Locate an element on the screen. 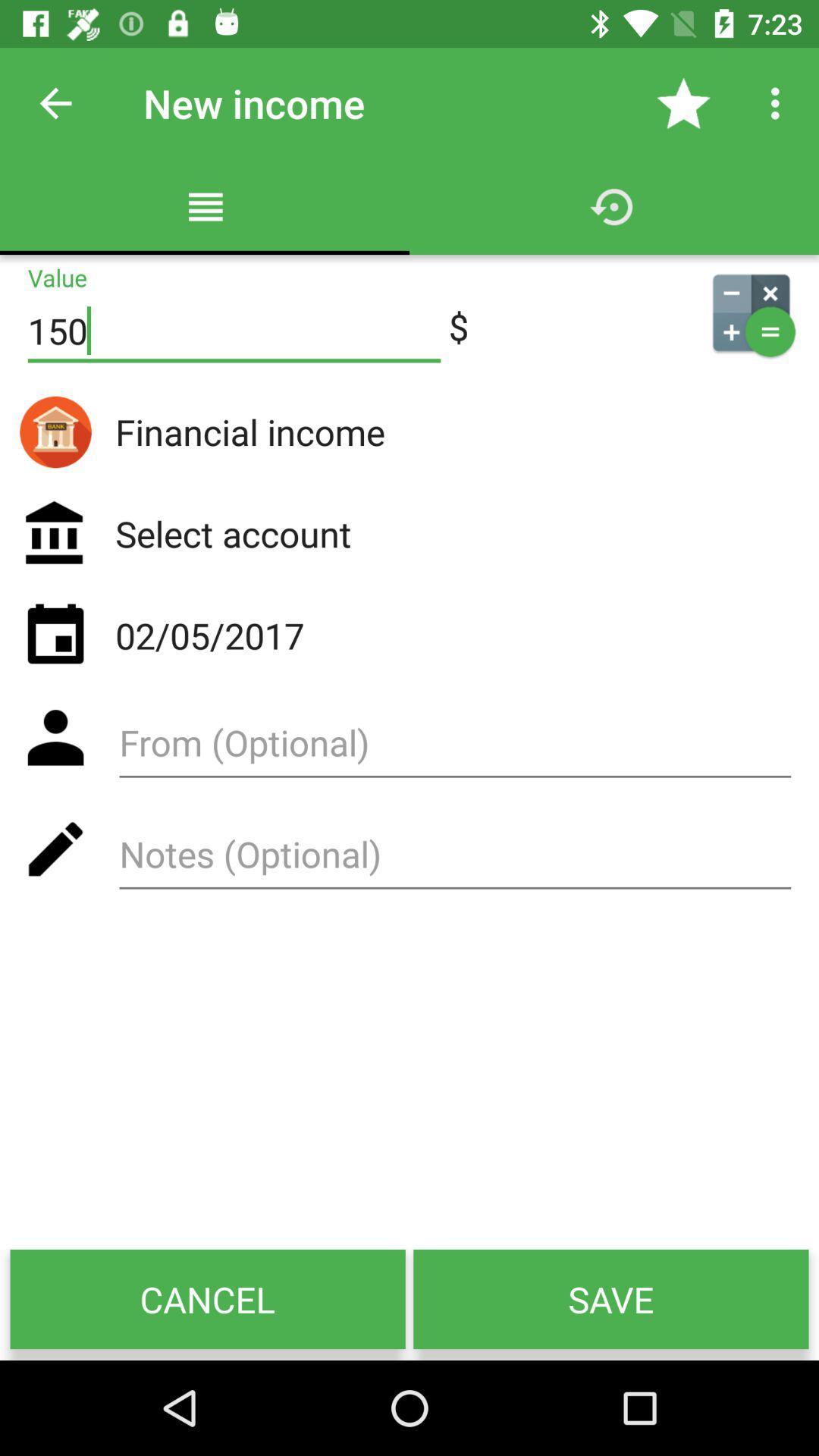 The height and width of the screenshot is (1456, 819). icon is located at coordinates (751, 312).